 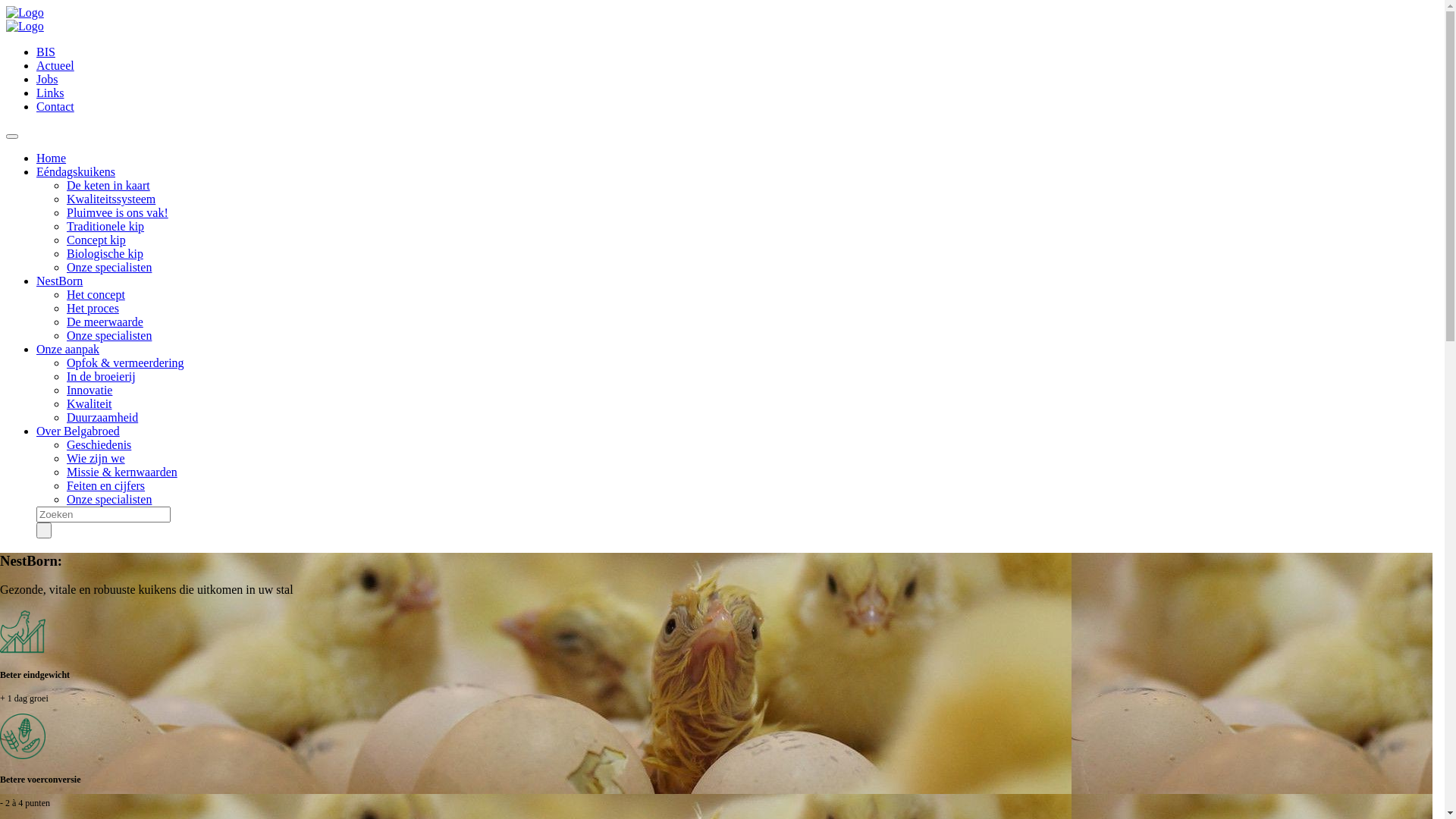 What do you see at coordinates (55, 105) in the screenshot?
I see `'Contact'` at bounding box center [55, 105].